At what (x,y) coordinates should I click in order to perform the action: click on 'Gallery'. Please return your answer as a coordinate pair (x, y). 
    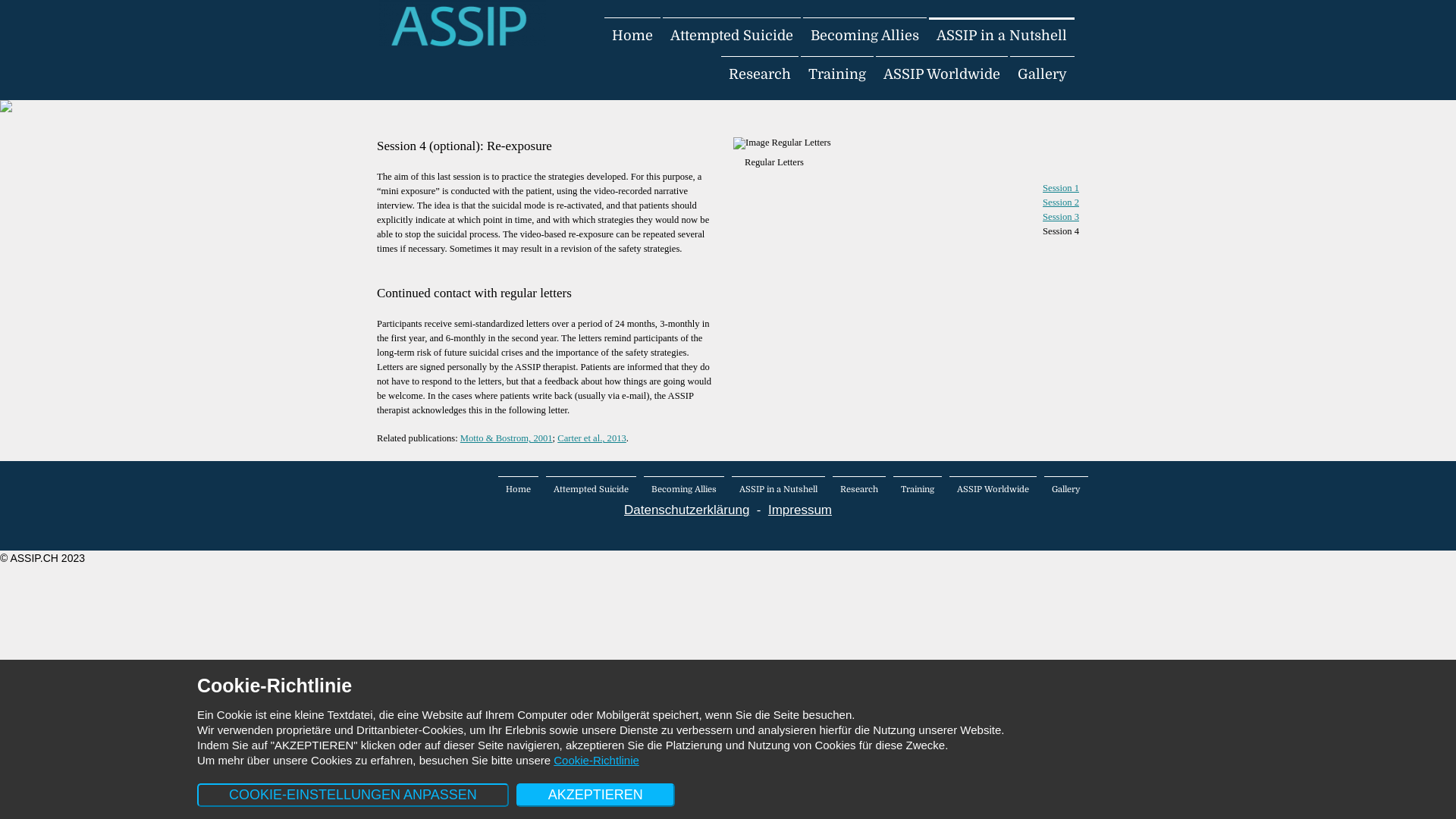
    Looking at the image, I should click on (1065, 488).